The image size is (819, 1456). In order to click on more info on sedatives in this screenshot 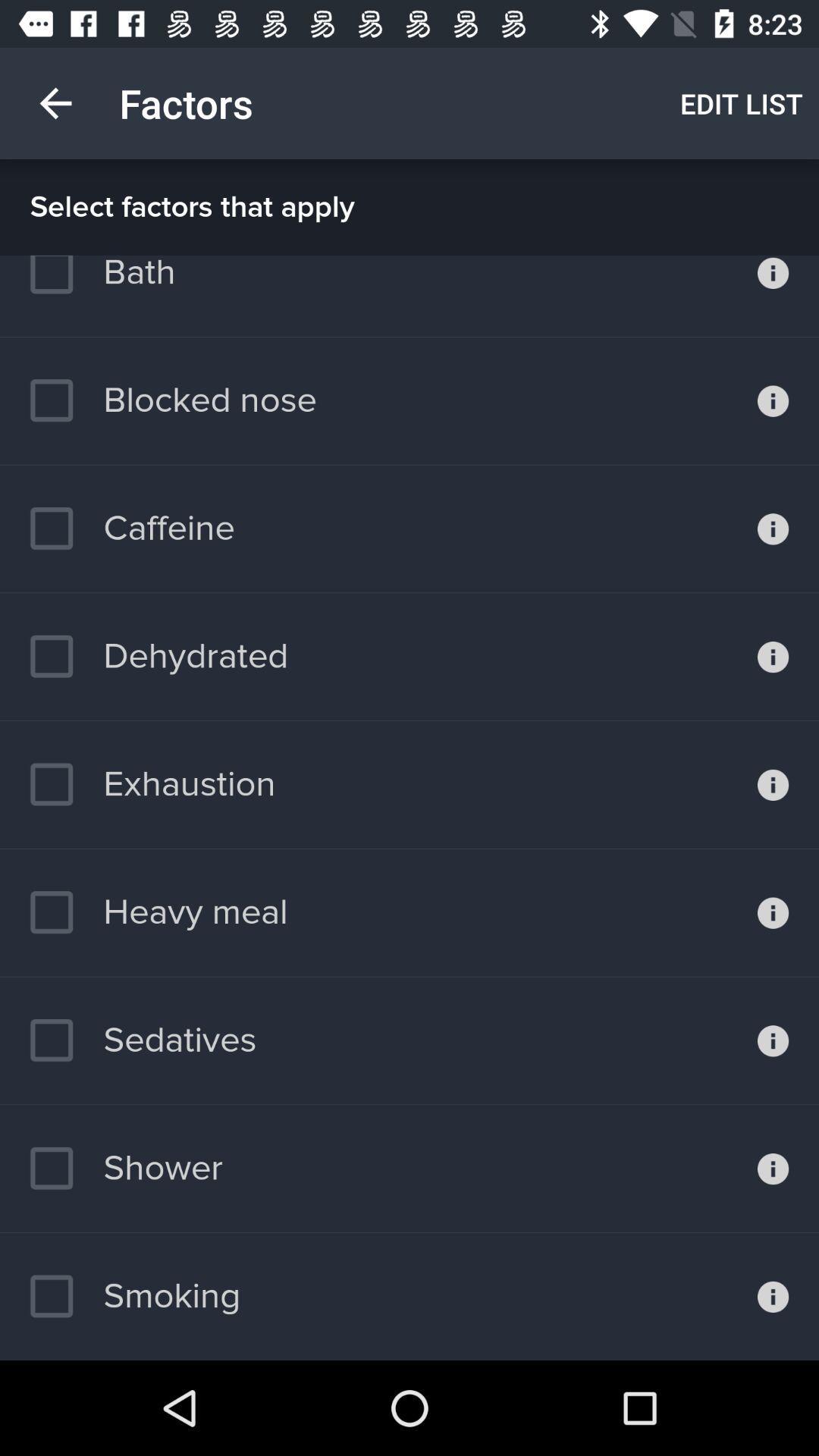, I will do `click(773, 1040)`.